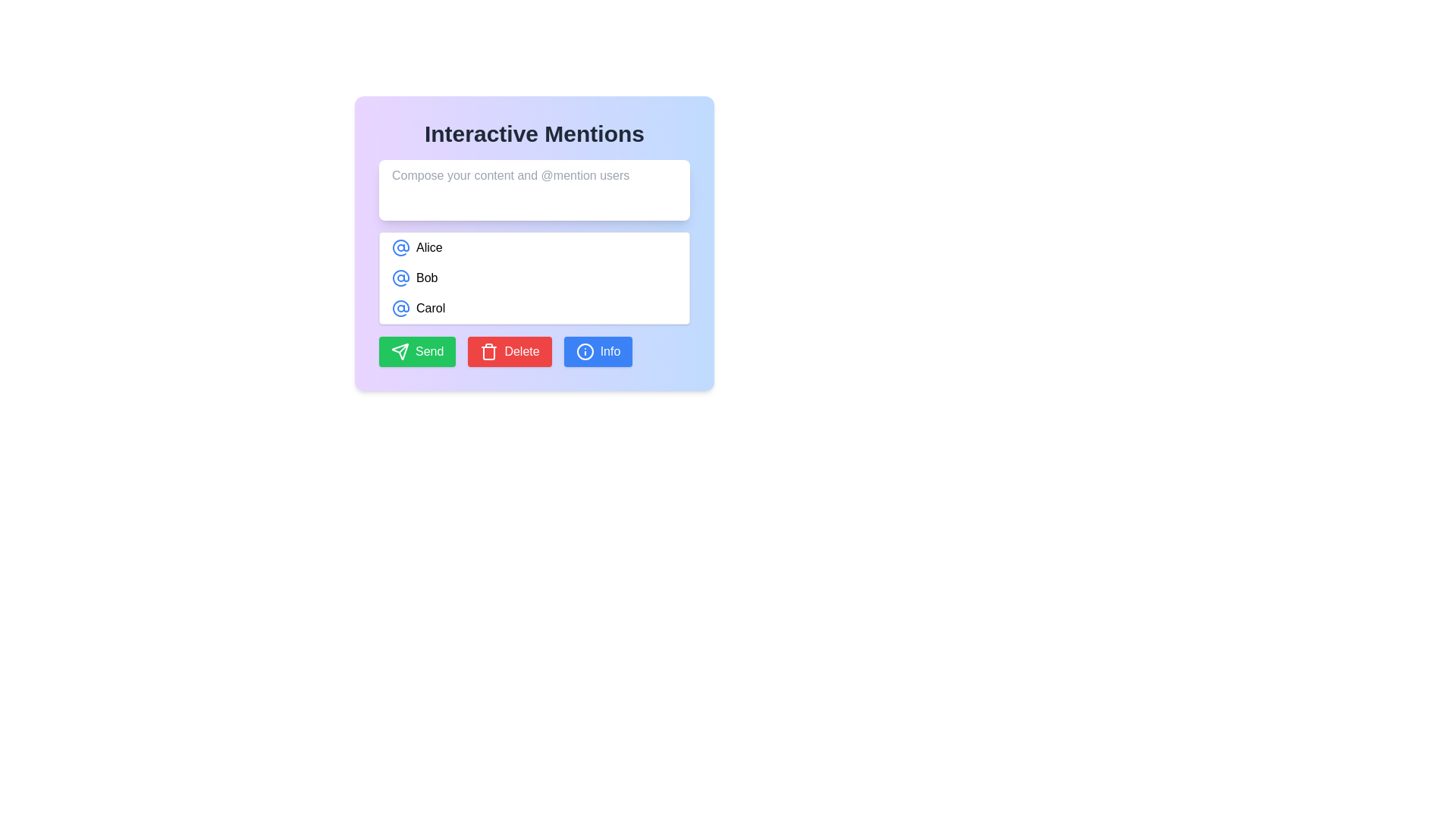  I want to click on the middle red button labeled 'Delete' with a trash can icon, so click(510, 351).